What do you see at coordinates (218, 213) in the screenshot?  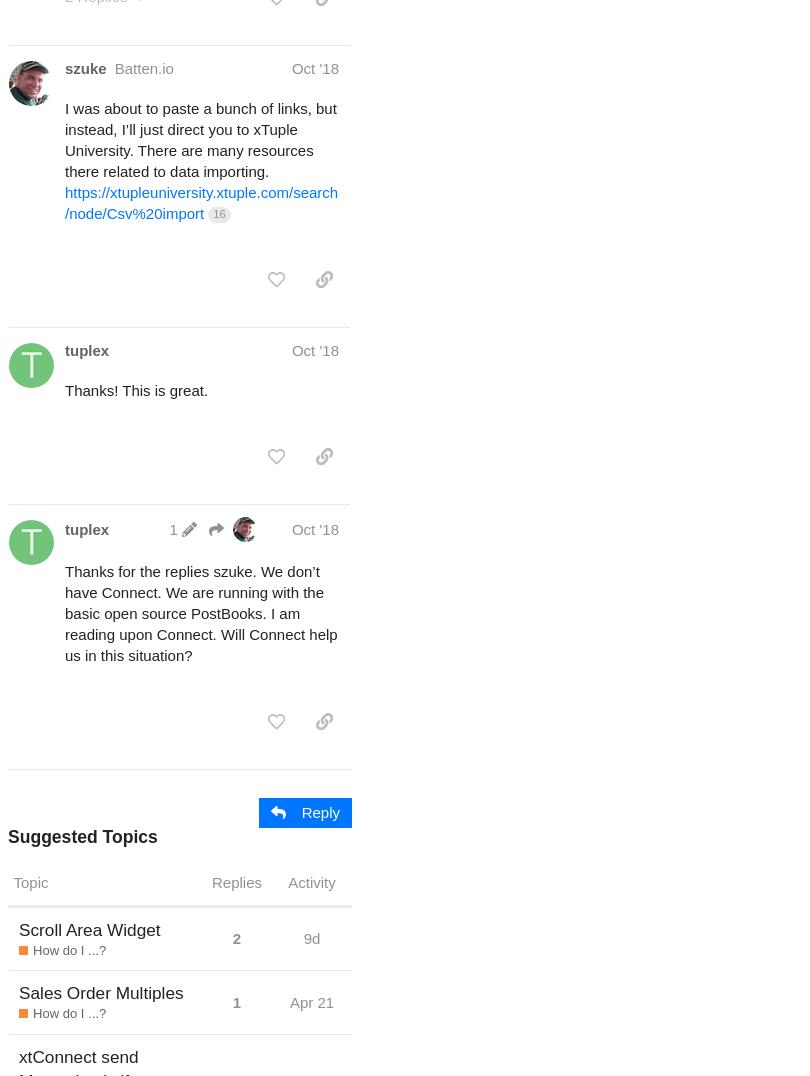 I see `'16'` at bounding box center [218, 213].